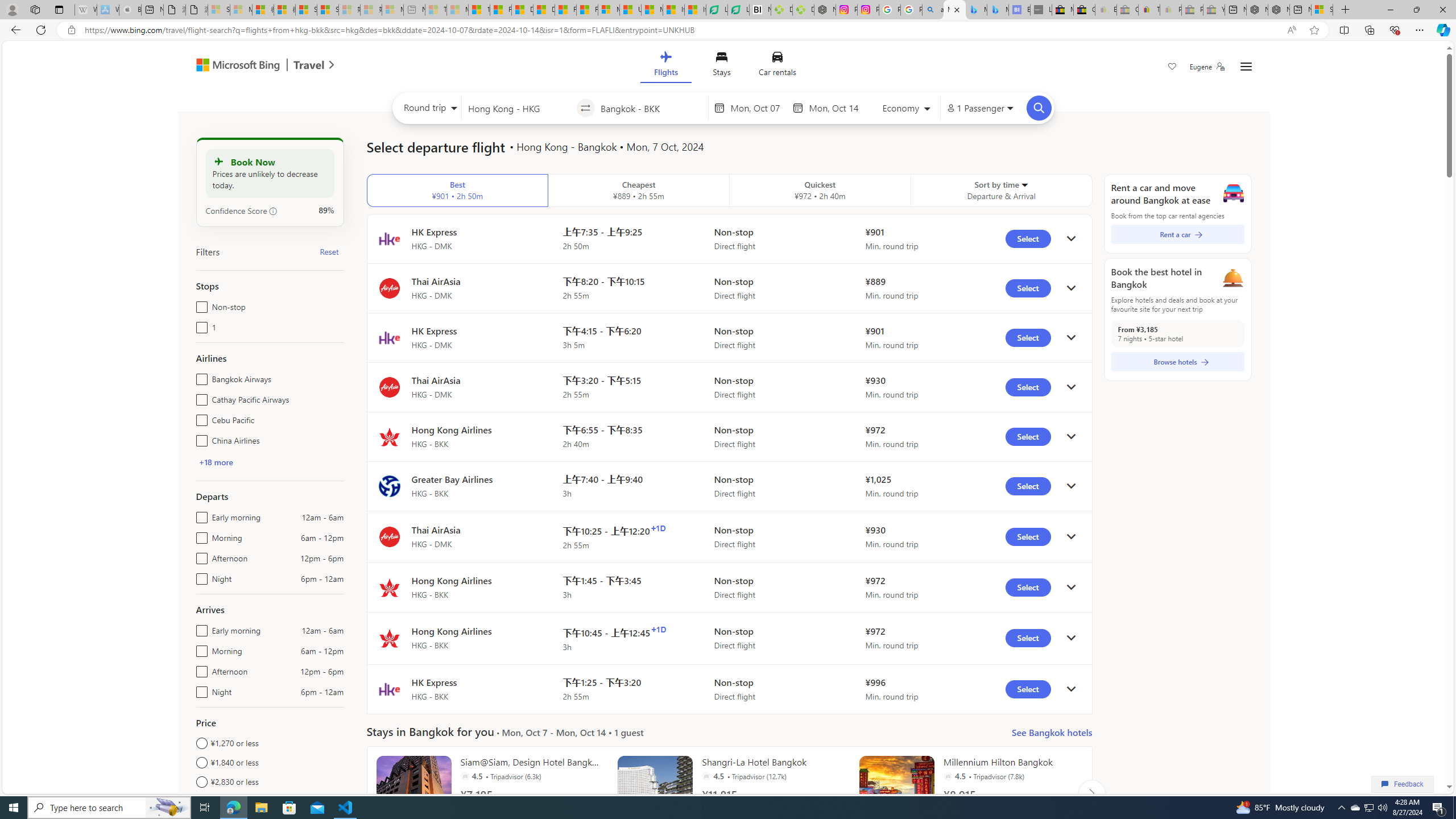 Image resolution: width=1456 pixels, height=819 pixels. What do you see at coordinates (199, 324) in the screenshot?
I see `'1'` at bounding box center [199, 324].